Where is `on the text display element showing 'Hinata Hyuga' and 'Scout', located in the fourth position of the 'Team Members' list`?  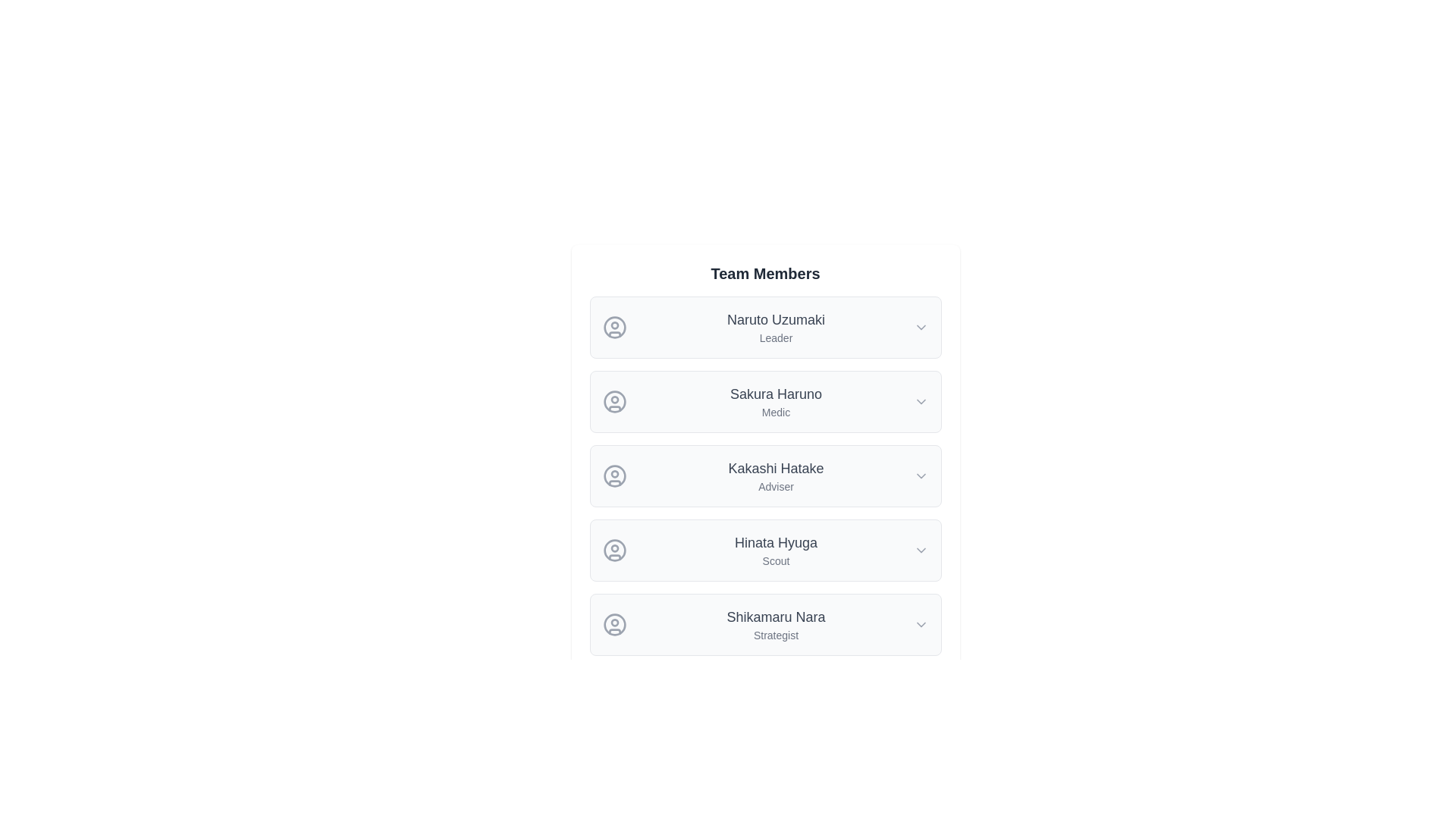
on the text display element showing 'Hinata Hyuga' and 'Scout', located in the fourth position of the 'Team Members' list is located at coordinates (776, 550).